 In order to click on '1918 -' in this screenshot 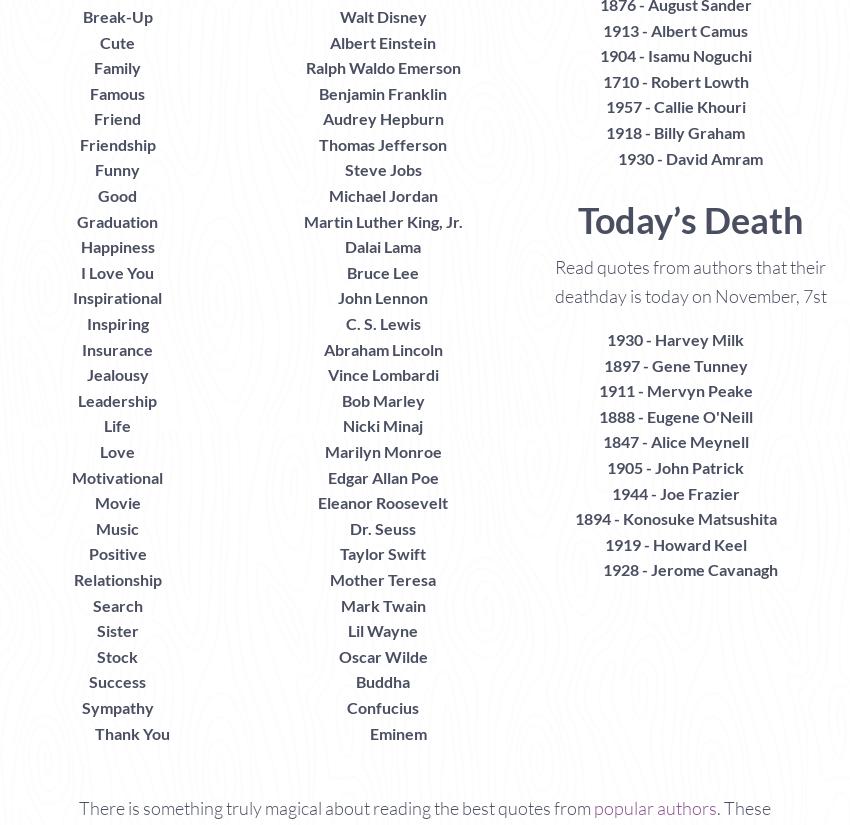, I will do `click(629, 130)`.